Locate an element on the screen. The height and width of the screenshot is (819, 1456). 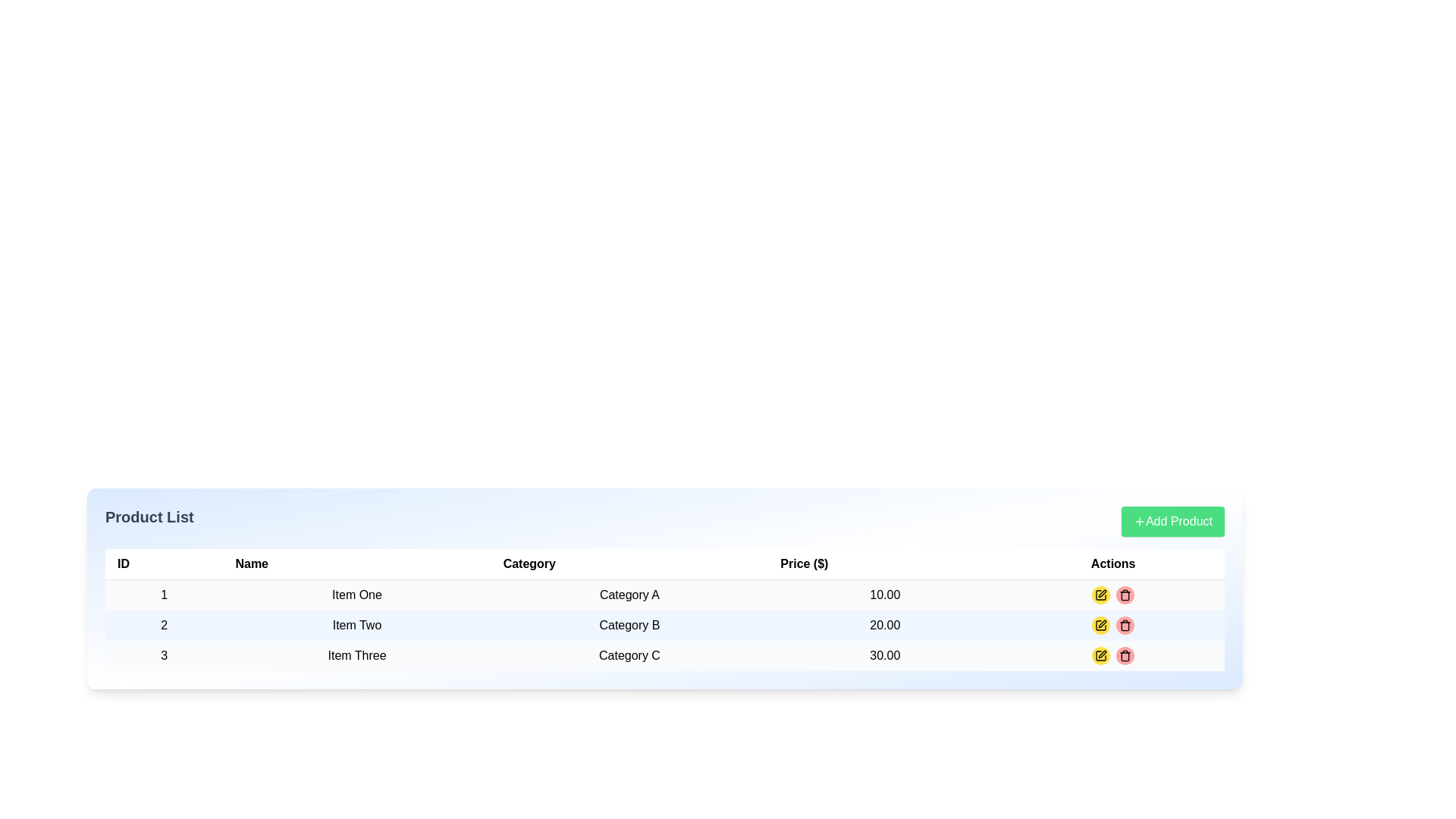
the delete icon located in the 'Actions' column of the table, next to 'Item Three', to perform a hover action is located at coordinates (1125, 656).